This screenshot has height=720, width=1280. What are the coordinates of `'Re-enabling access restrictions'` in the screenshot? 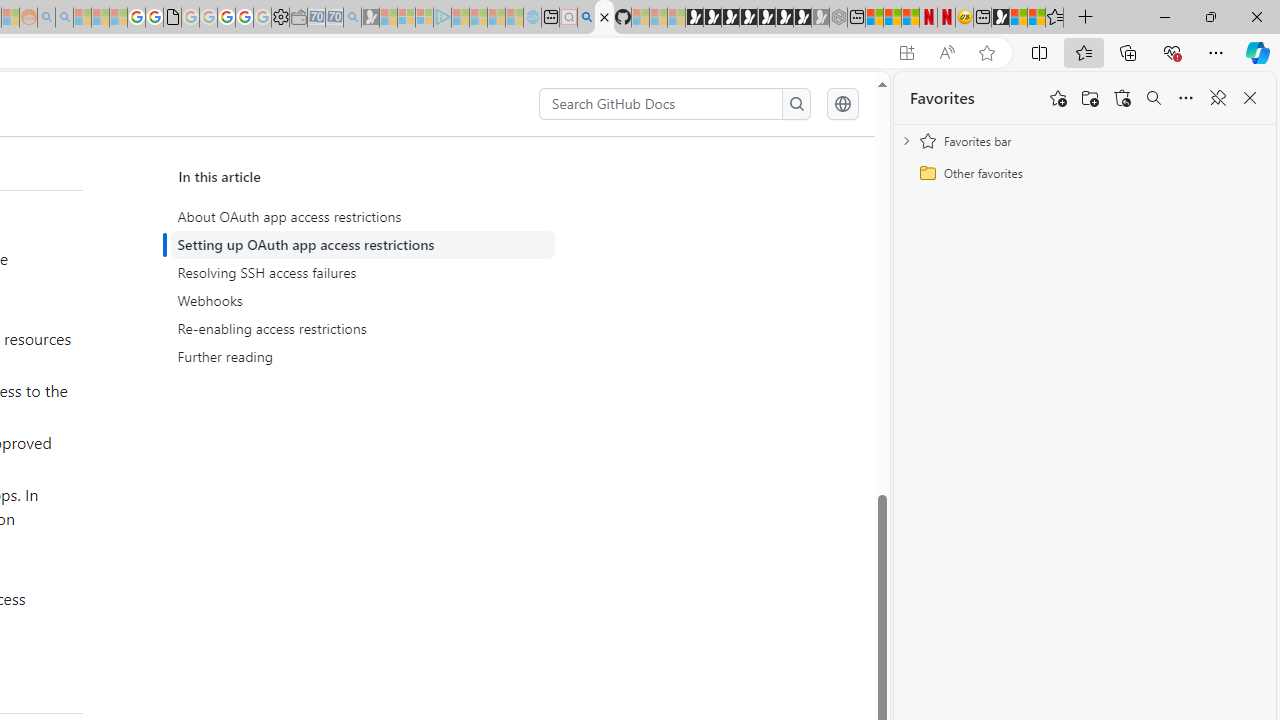 It's located at (362, 328).